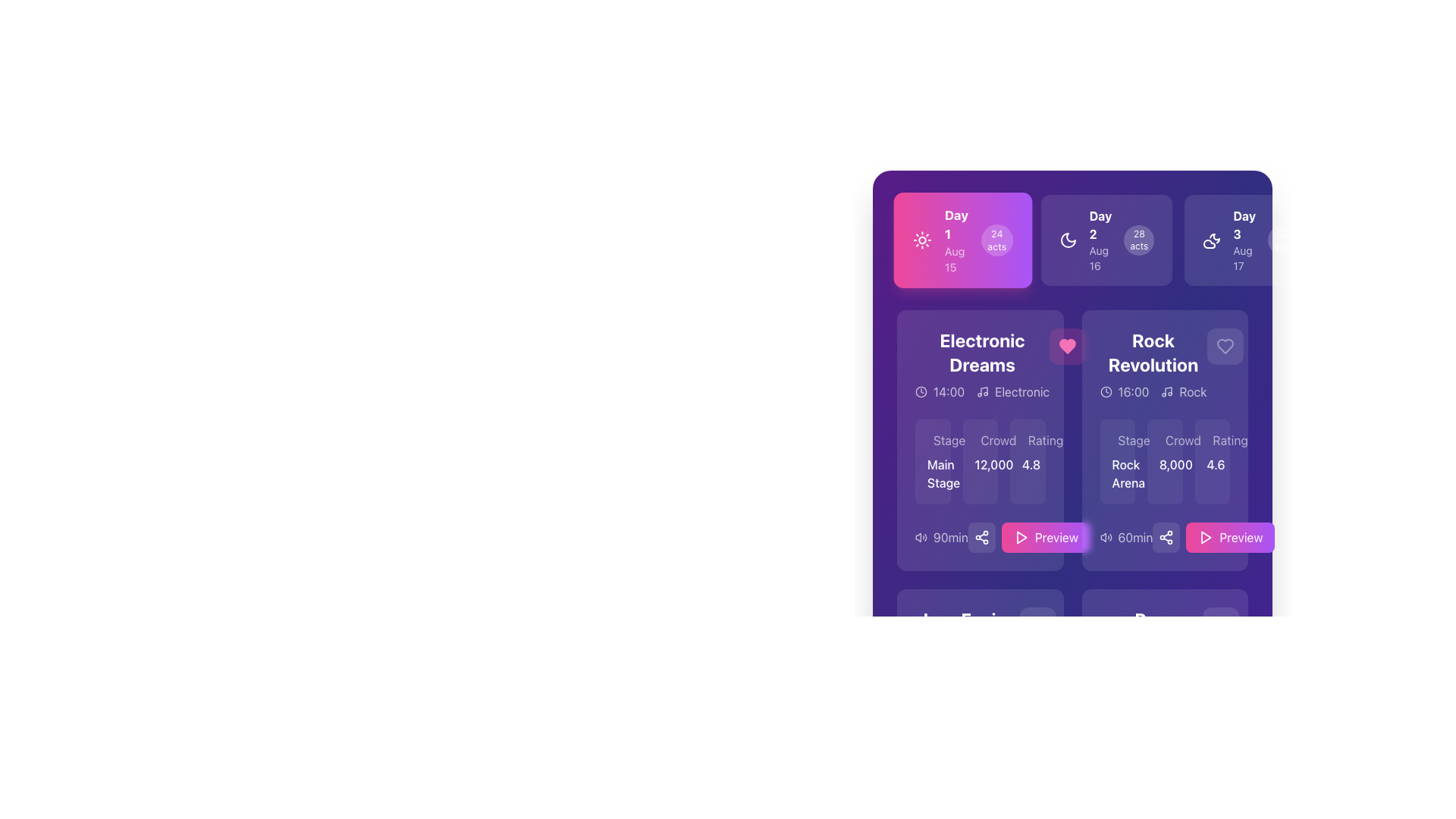  I want to click on the rating score text displaying a score of 4.6 for the 'Rock Revolution' event in the third column of the grid layout, so click(1211, 461).